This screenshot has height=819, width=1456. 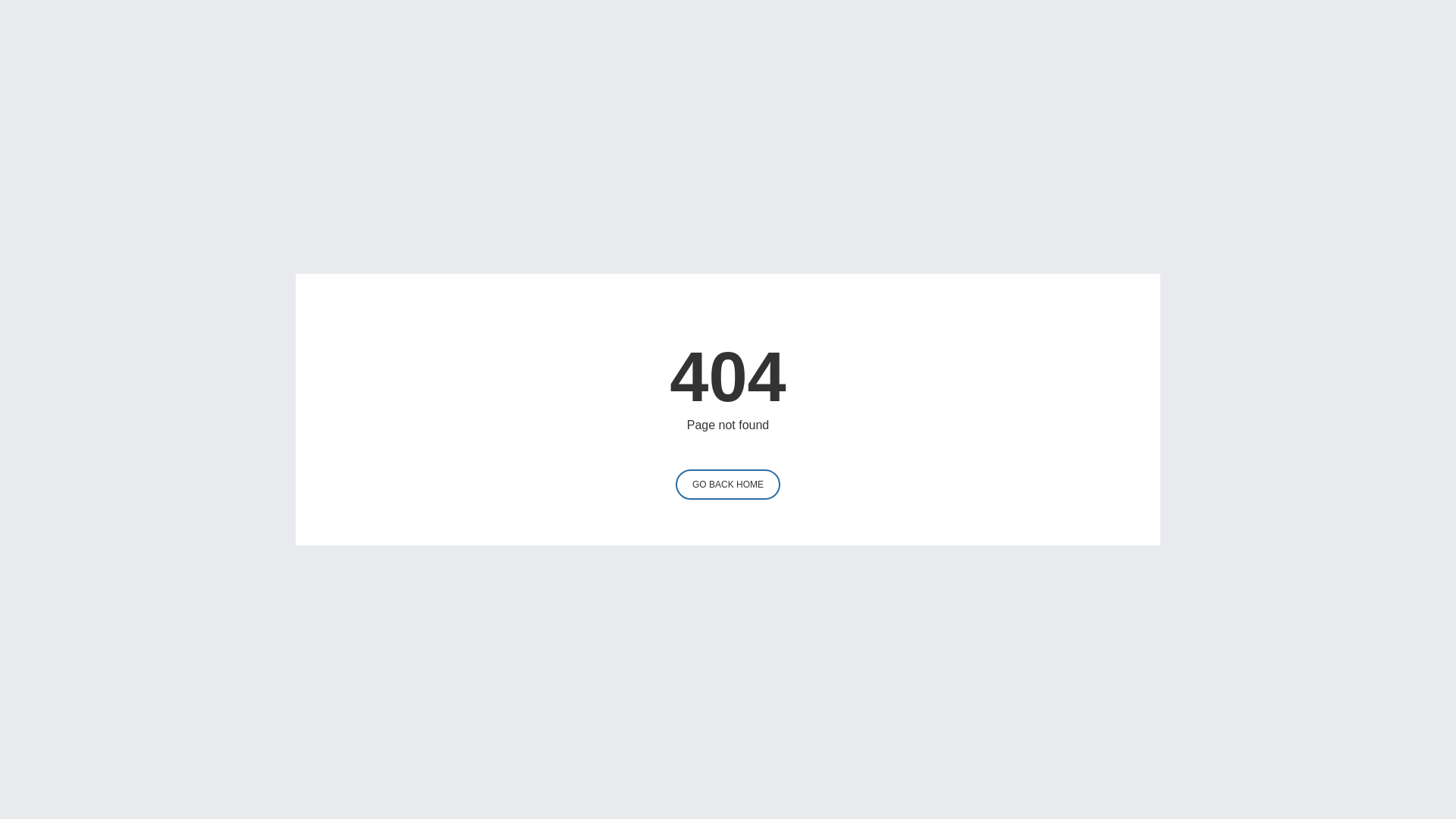 What do you see at coordinates (728, 485) in the screenshot?
I see `'GO BACK HOME'` at bounding box center [728, 485].